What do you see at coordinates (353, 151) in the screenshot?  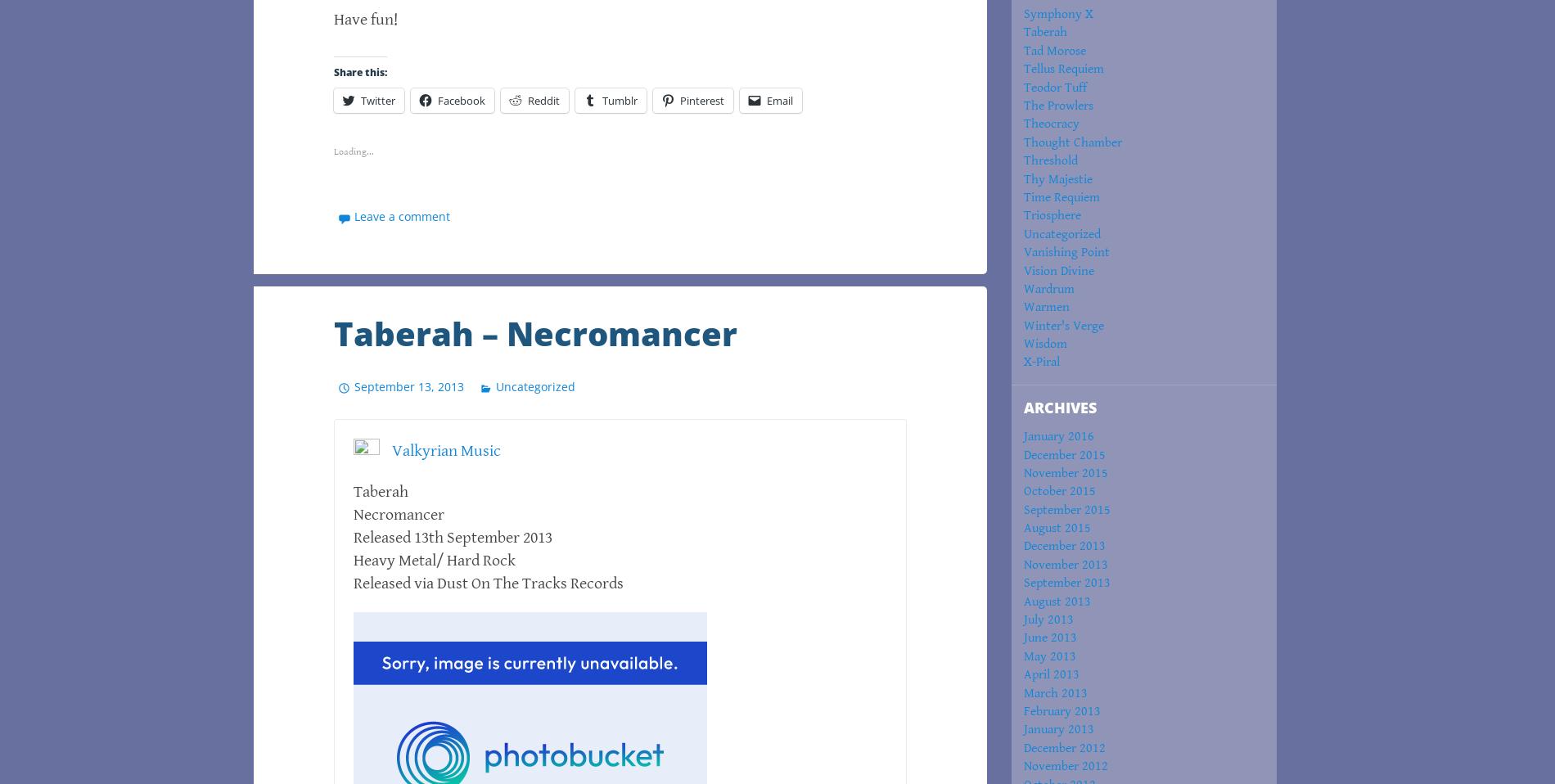 I see `'Loading...'` at bounding box center [353, 151].